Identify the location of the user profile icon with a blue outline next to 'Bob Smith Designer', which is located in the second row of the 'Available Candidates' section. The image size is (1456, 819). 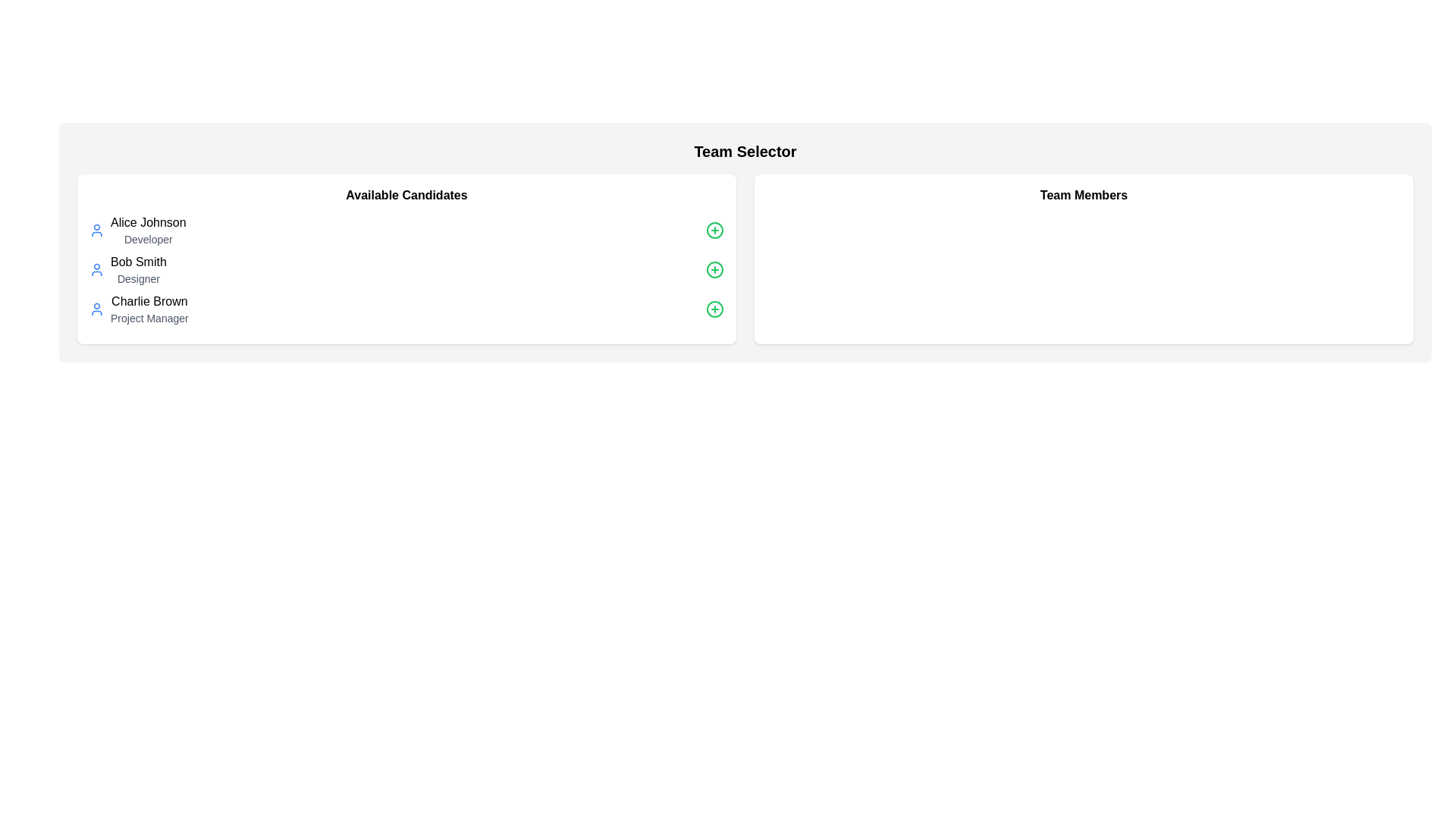
(96, 268).